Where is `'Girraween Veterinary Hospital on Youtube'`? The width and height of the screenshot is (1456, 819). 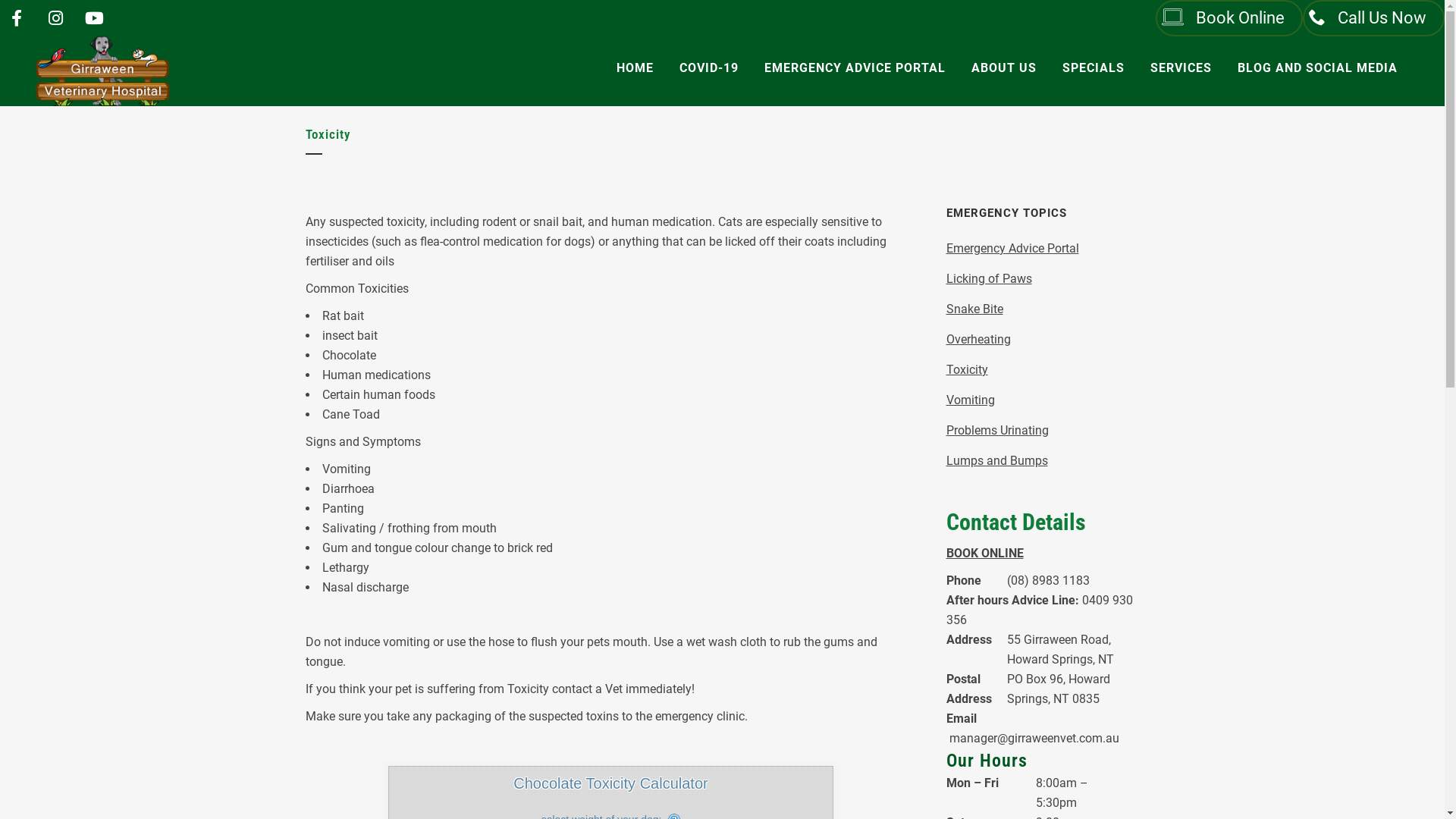 'Girraween Veterinary Hospital on Youtube' is located at coordinates (93, 18).